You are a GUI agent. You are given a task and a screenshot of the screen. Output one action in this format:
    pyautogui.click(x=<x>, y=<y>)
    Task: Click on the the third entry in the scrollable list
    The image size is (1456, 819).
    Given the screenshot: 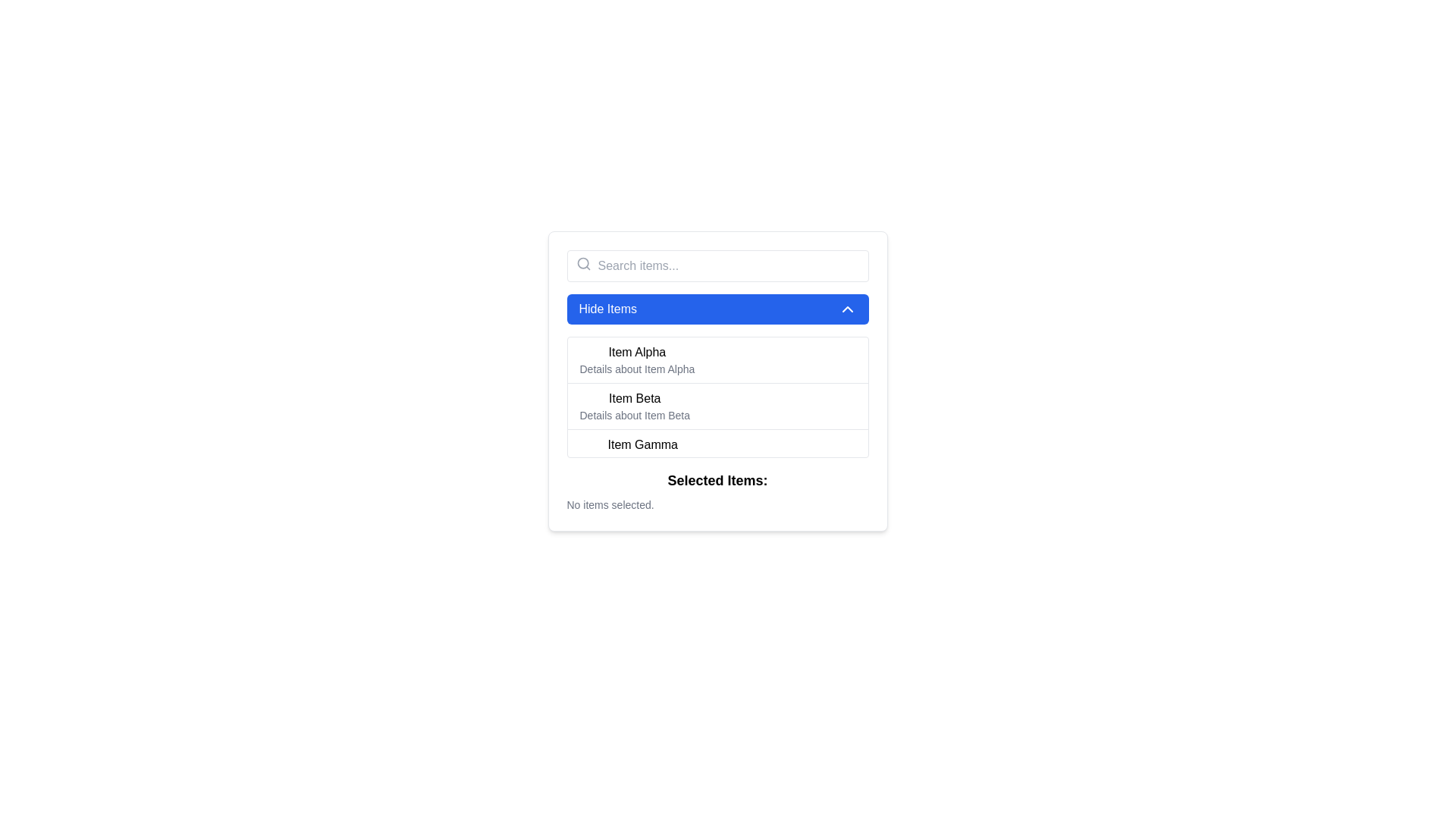 What is the action you would take?
    pyautogui.click(x=717, y=451)
    